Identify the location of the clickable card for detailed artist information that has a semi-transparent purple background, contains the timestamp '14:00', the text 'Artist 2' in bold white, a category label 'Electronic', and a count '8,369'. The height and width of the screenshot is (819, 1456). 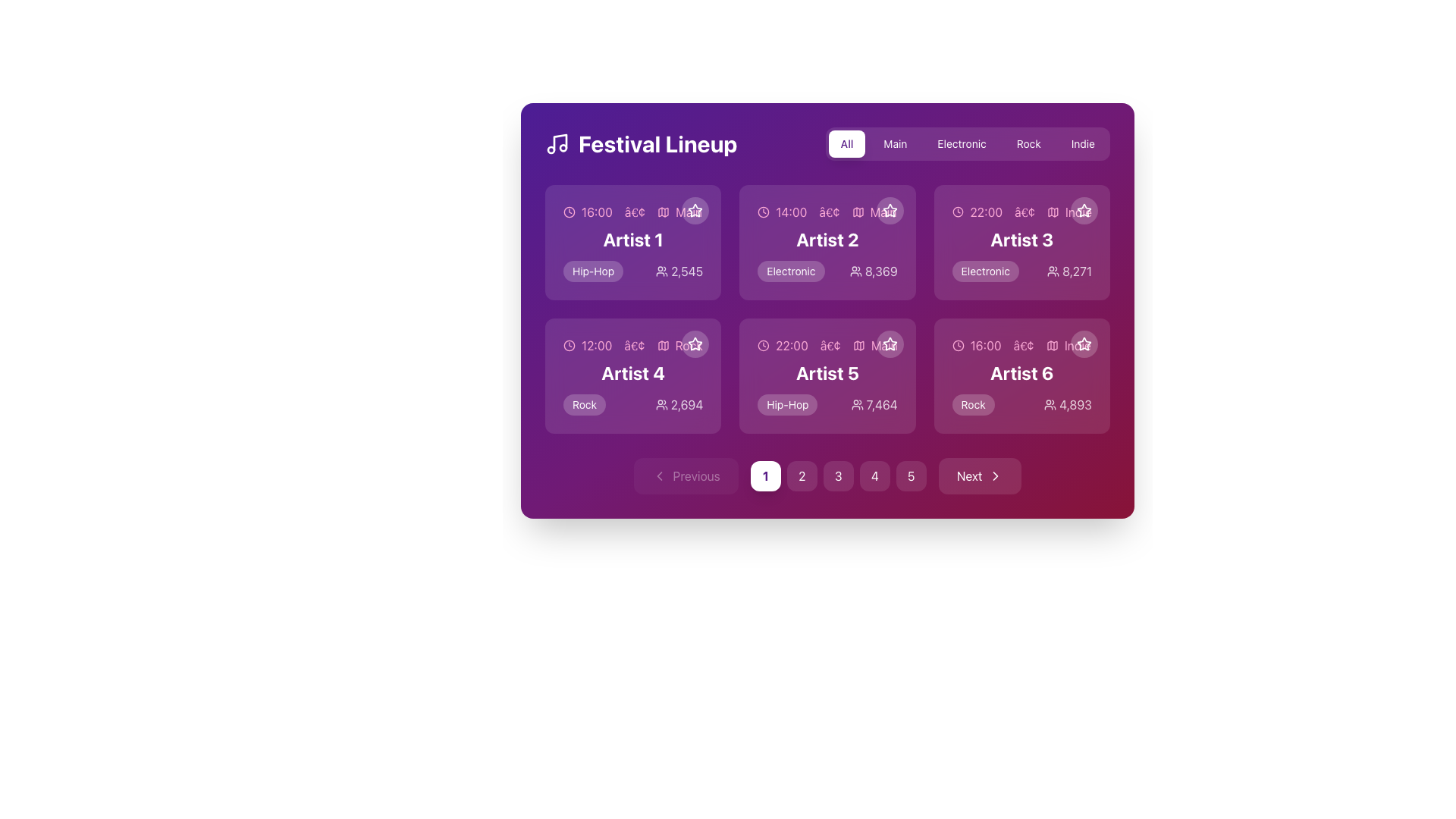
(827, 242).